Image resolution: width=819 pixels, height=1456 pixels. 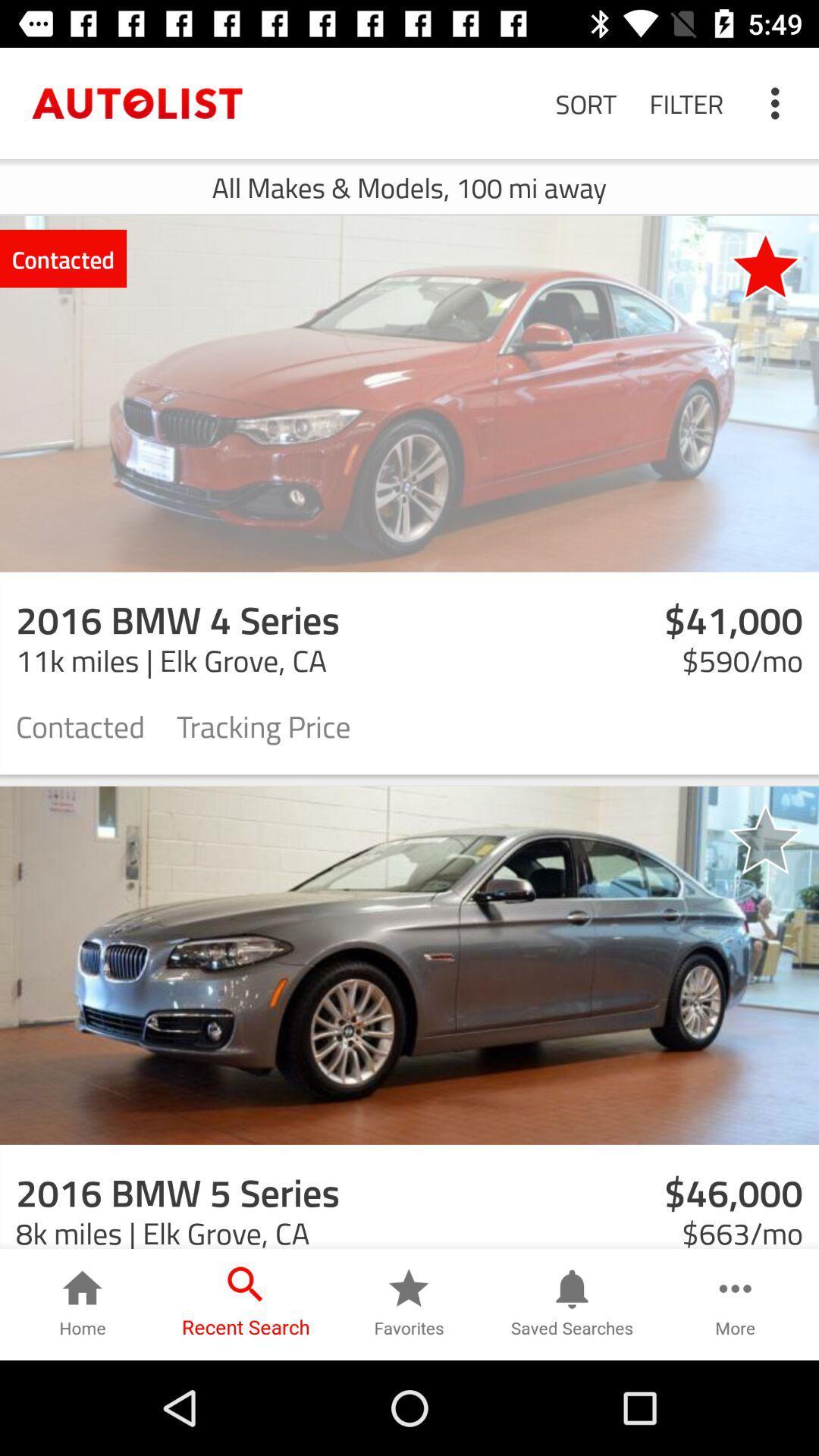 What do you see at coordinates (686, 102) in the screenshot?
I see `the filter item` at bounding box center [686, 102].